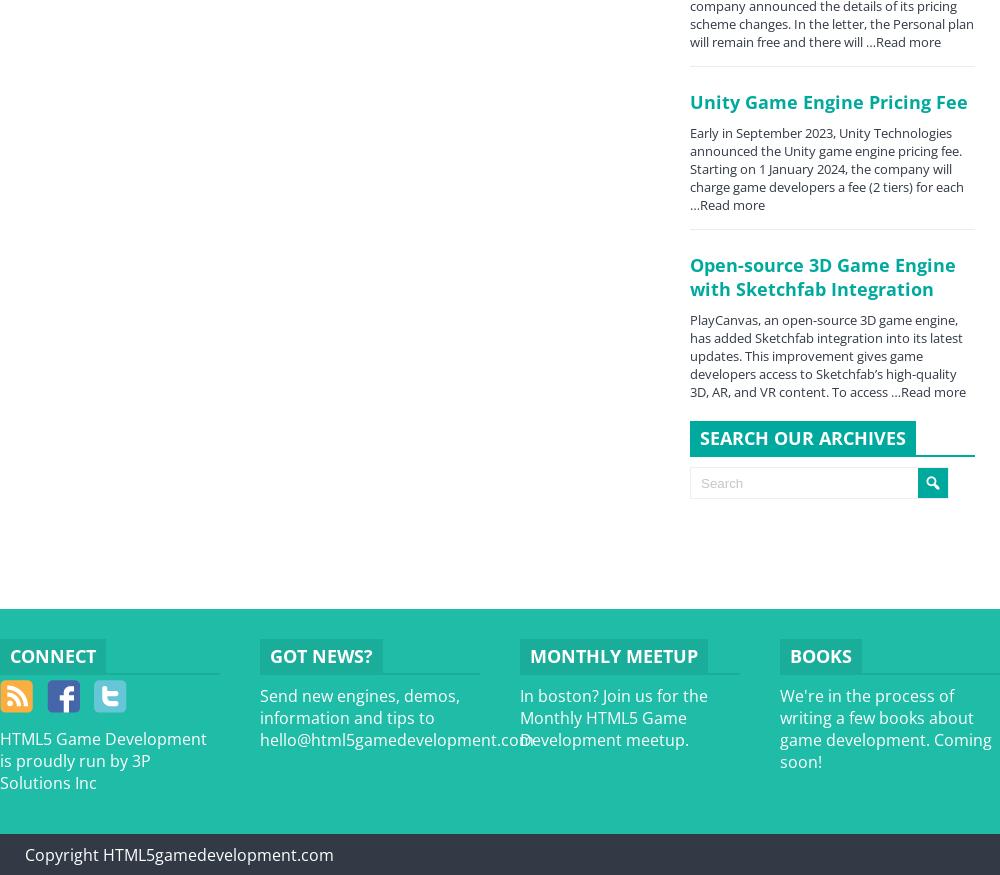  Describe the element at coordinates (828, 102) in the screenshot. I see `'Unity Game Engine Pricing Fee'` at that location.